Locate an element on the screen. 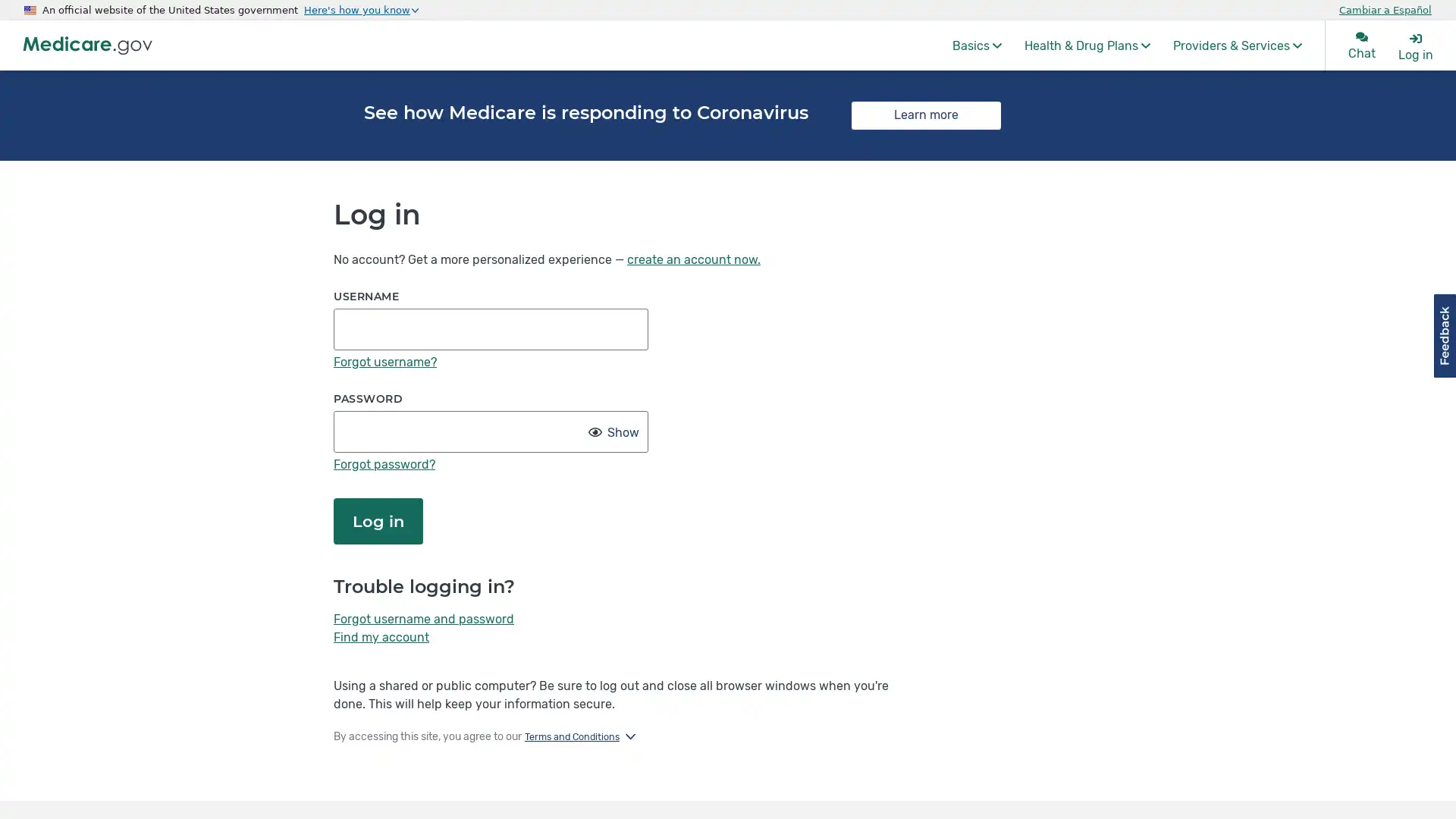 Image resolution: width=1456 pixels, height=819 pixels. Learn more This link opens a new window or tab. is located at coordinates (925, 114).